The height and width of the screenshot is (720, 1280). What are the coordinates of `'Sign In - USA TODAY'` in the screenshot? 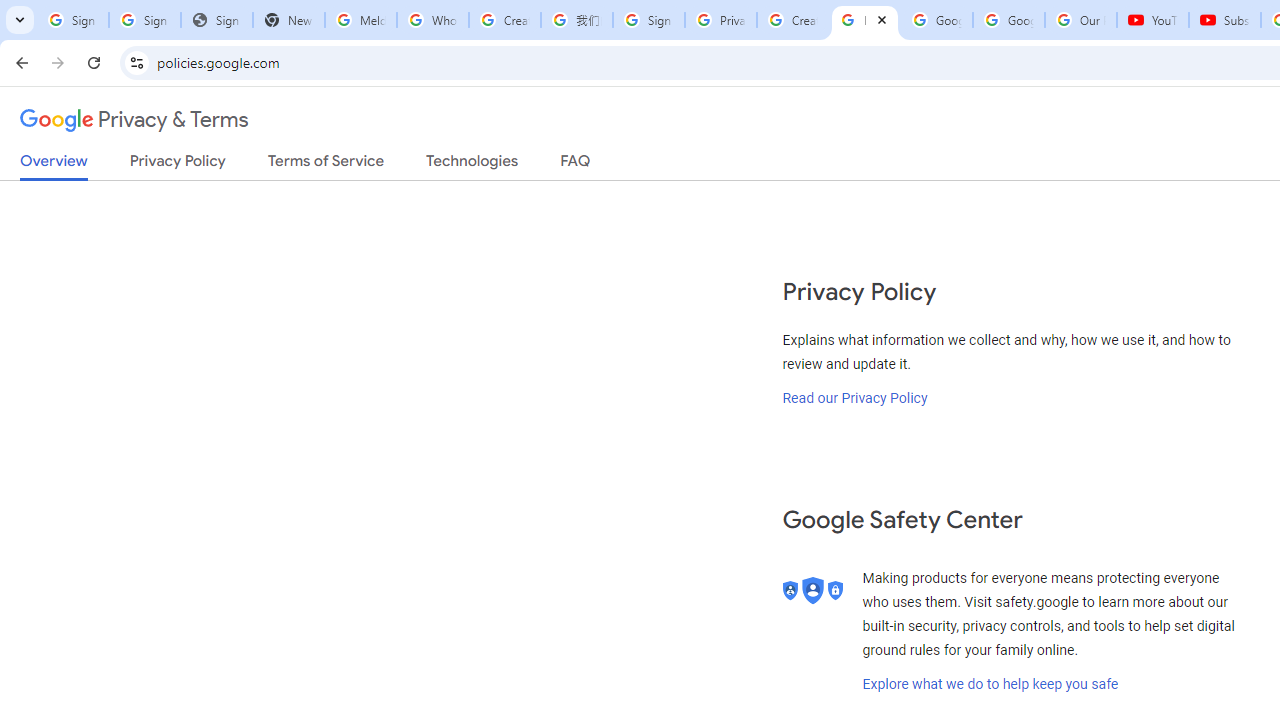 It's located at (216, 20).